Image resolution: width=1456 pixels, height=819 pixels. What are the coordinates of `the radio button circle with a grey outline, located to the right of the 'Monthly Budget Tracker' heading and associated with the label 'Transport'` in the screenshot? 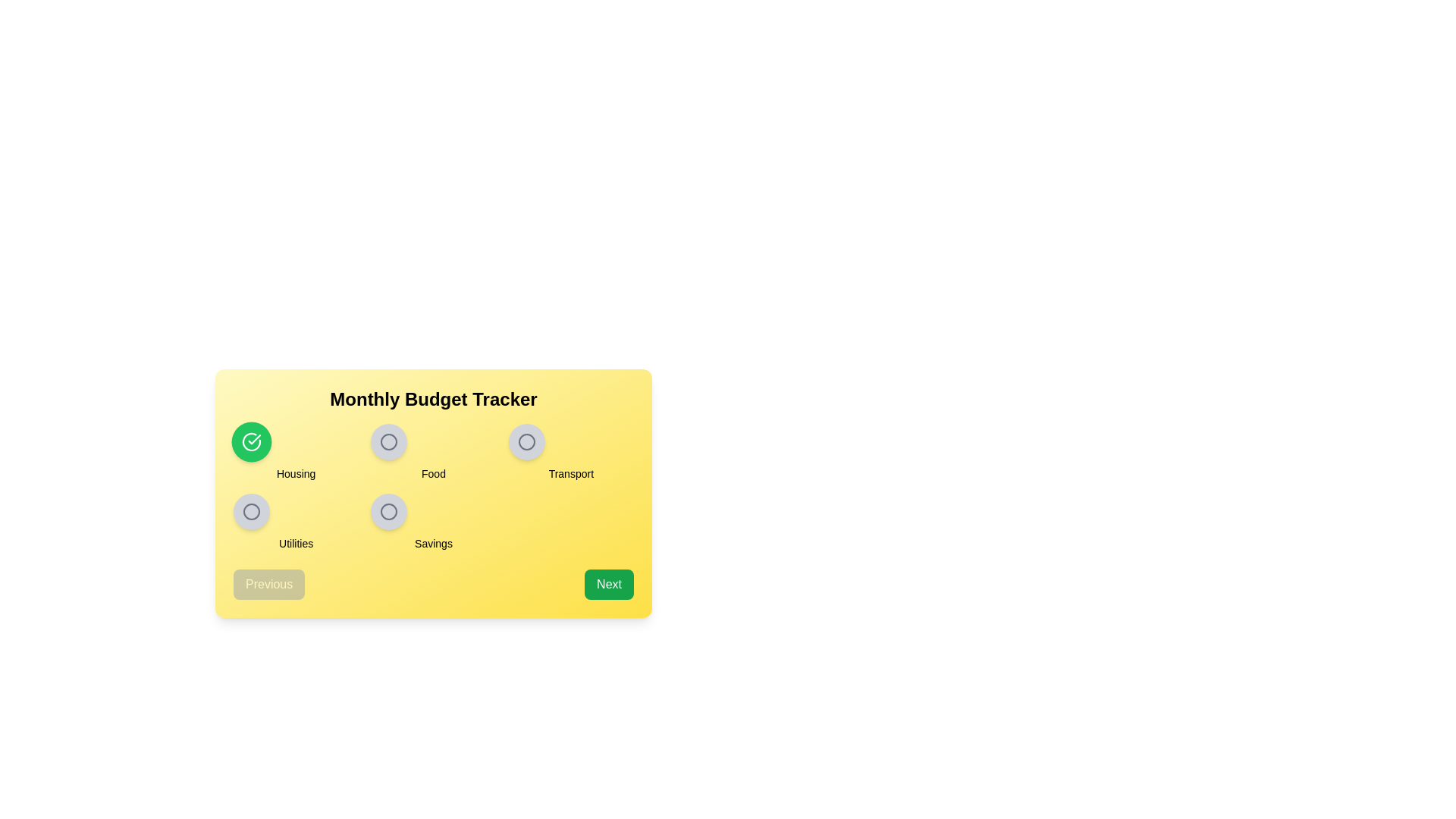 It's located at (526, 441).